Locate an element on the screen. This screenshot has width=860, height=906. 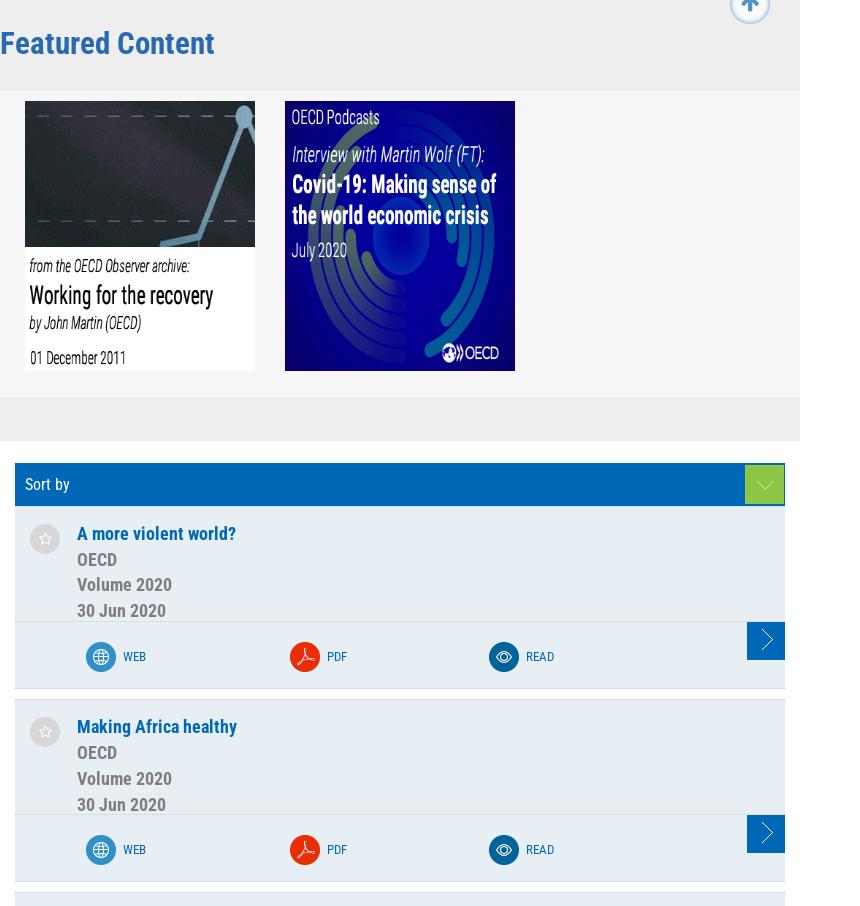
'Volume 1997' is located at coordinates (219, 596).